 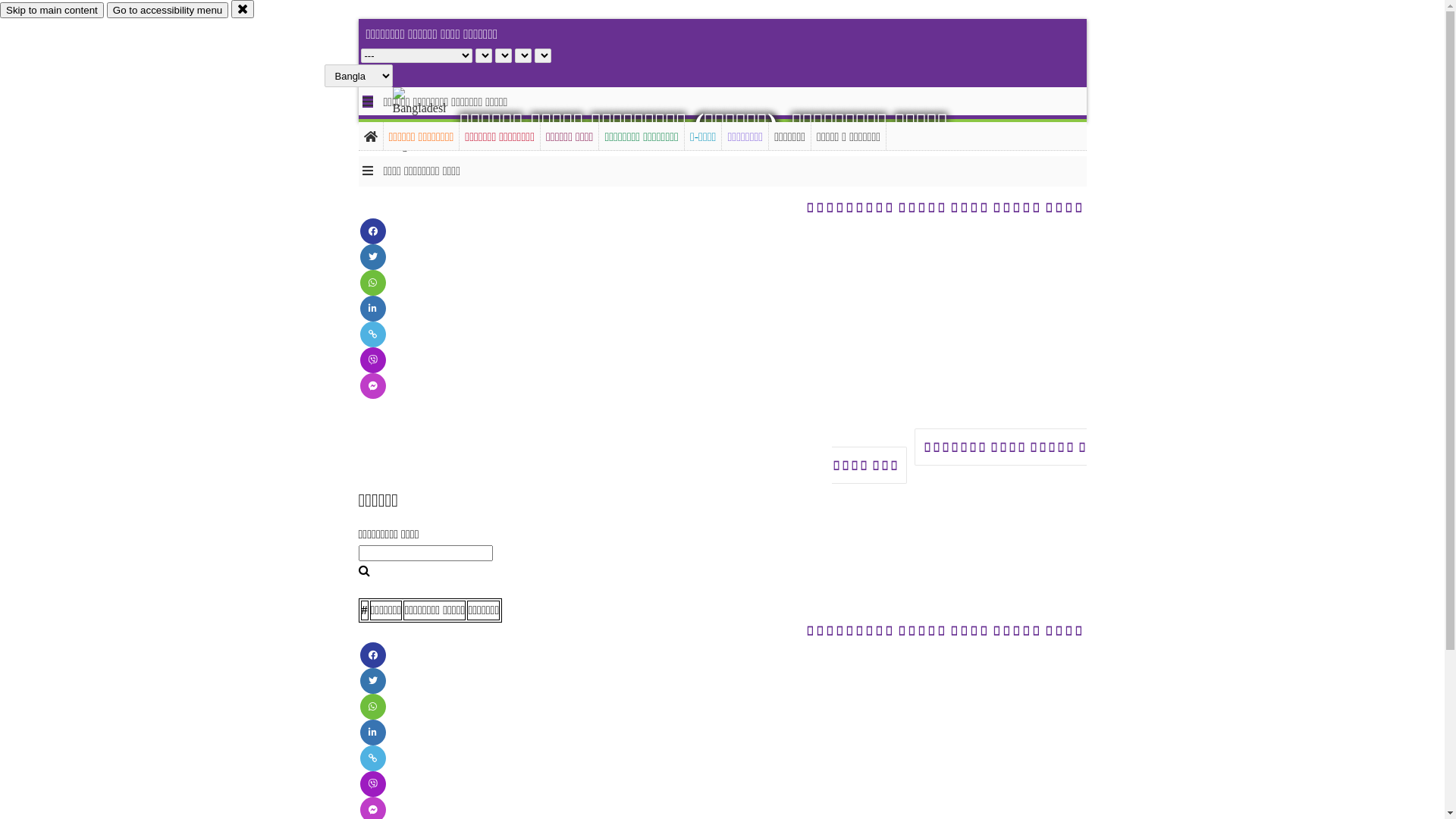 What do you see at coordinates (431, 119) in the screenshot?
I see `'` at bounding box center [431, 119].